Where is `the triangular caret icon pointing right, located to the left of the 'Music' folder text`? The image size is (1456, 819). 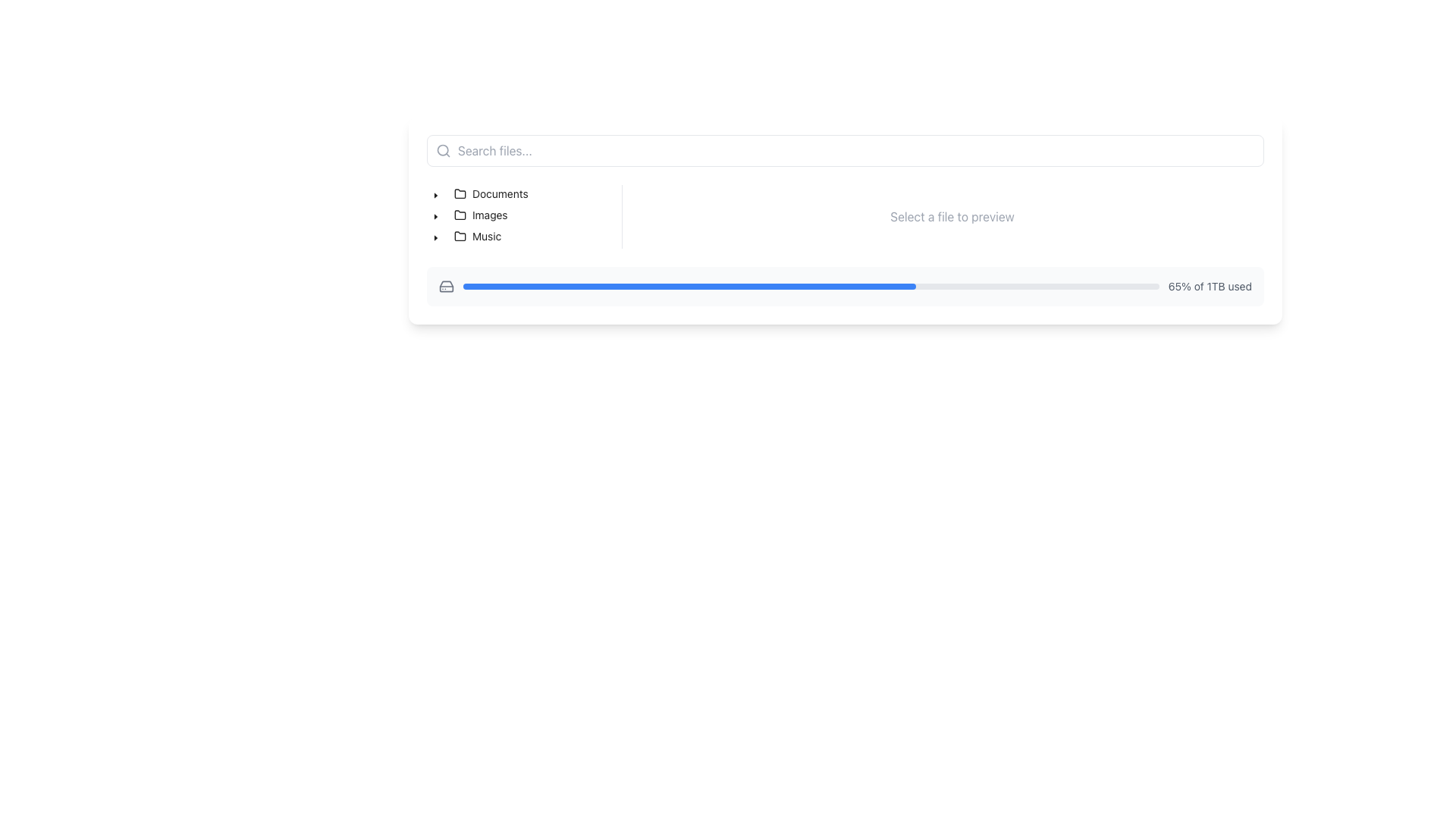
the triangular caret icon pointing right, located to the left of the 'Music' folder text is located at coordinates (435, 237).